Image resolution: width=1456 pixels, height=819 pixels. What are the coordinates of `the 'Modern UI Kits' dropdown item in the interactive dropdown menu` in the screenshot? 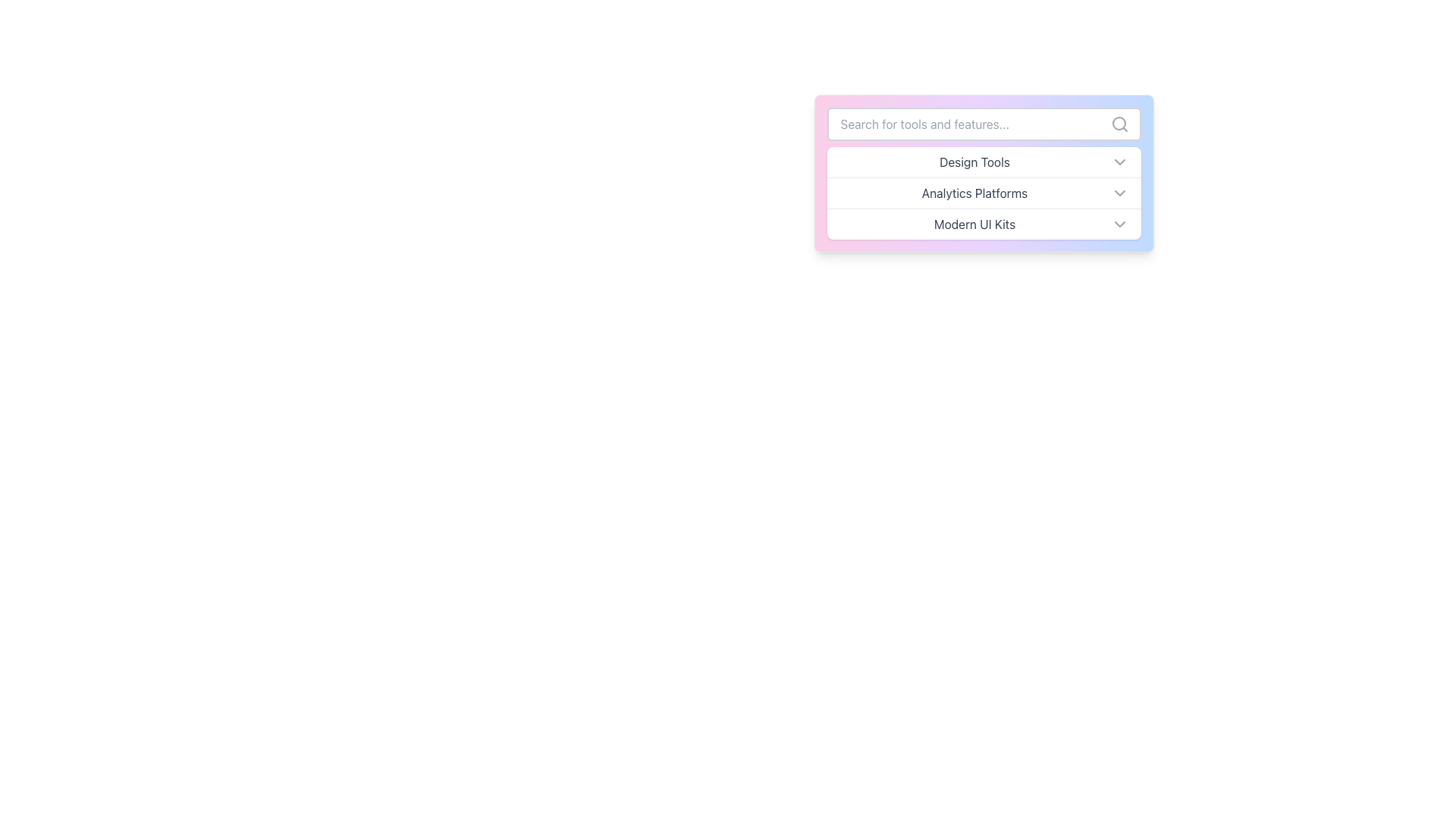 It's located at (984, 224).